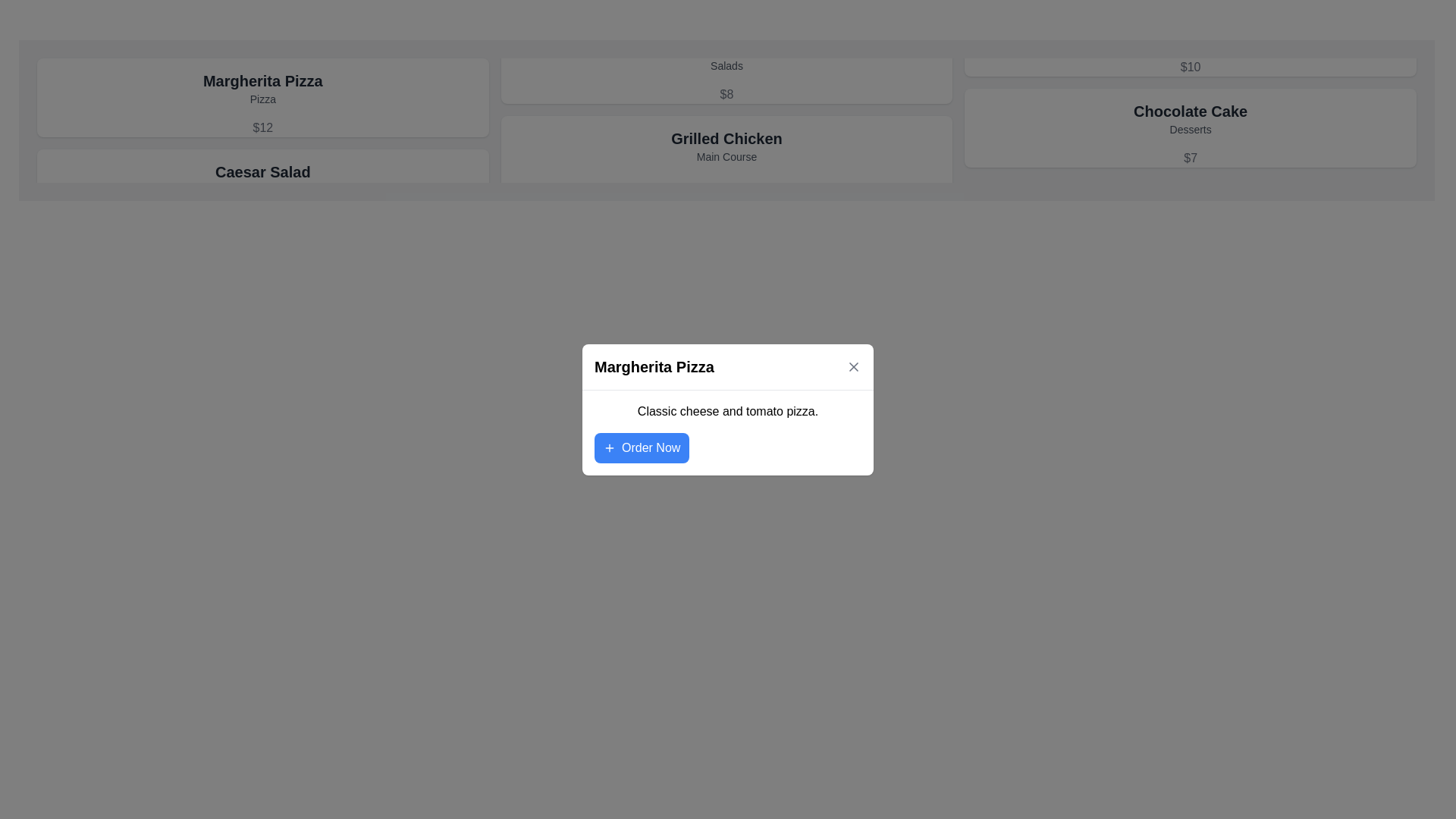 This screenshot has width=1456, height=819. Describe the element at coordinates (1190, 158) in the screenshot. I see `the static text label displaying the price '$7' at the bottom of the card layout for 'Chocolate Cake' located in the top-right area of the page` at that location.